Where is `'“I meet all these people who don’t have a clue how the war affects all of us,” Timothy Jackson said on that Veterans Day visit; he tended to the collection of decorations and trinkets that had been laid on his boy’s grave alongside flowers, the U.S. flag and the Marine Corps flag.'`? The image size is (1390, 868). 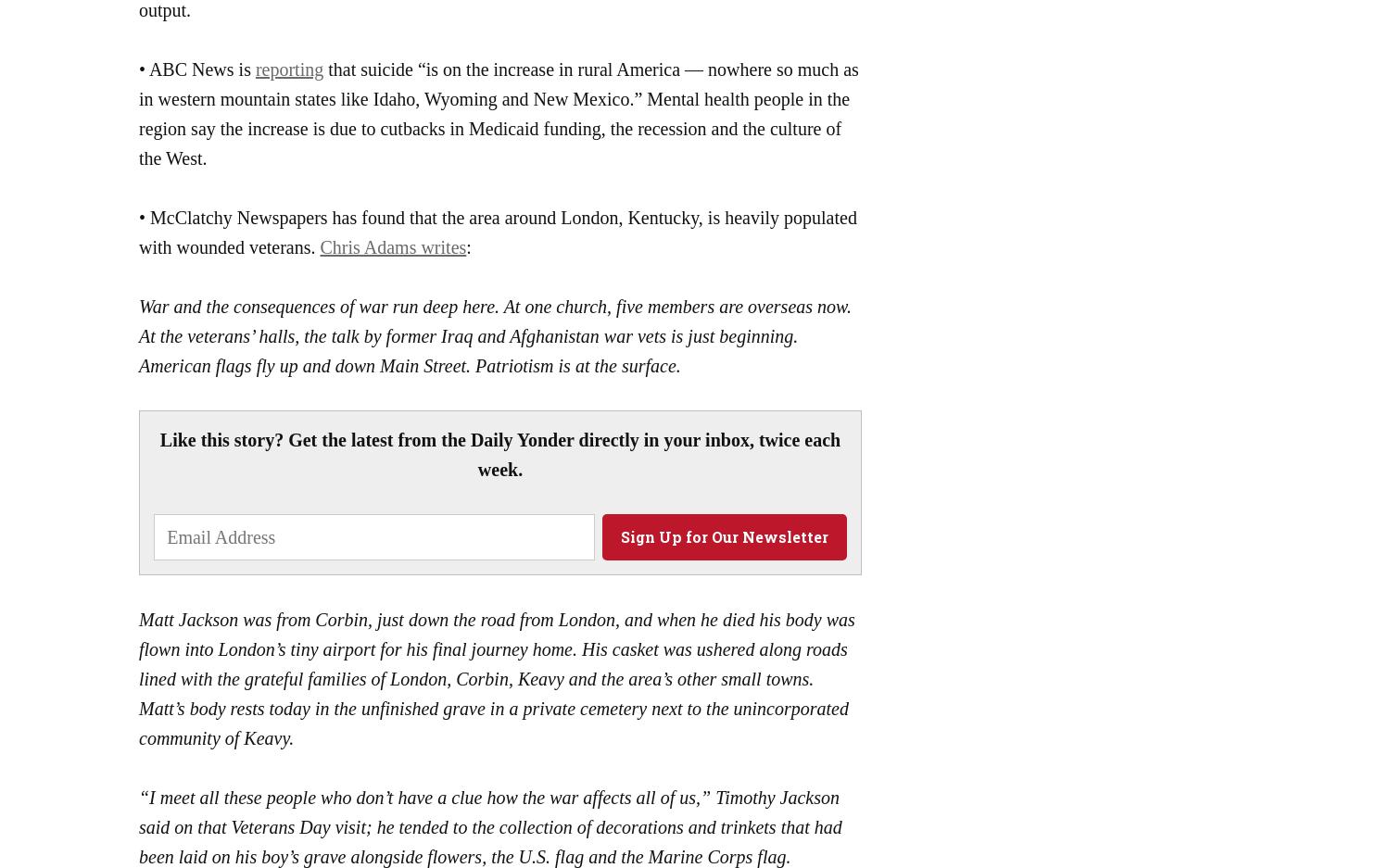 '“I meet all these people who don’t have a clue how the war affects all of us,” Timothy Jackson said on that Veterans Day visit; he tended to the collection of decorations and trinkets that had been laid on his boy’s grave alongside flowers, the U.S. flag and the Marine Corps flag.' is located at coordinates (490, 825).